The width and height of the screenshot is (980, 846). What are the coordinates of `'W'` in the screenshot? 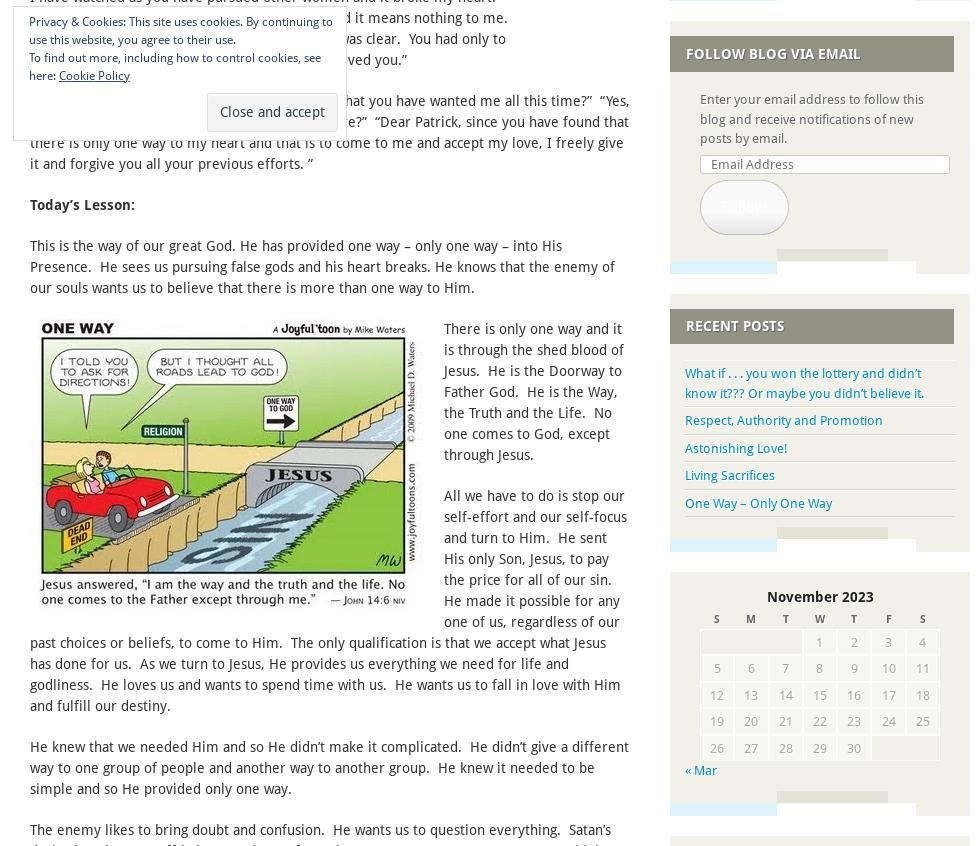 It's located at (818, 618).